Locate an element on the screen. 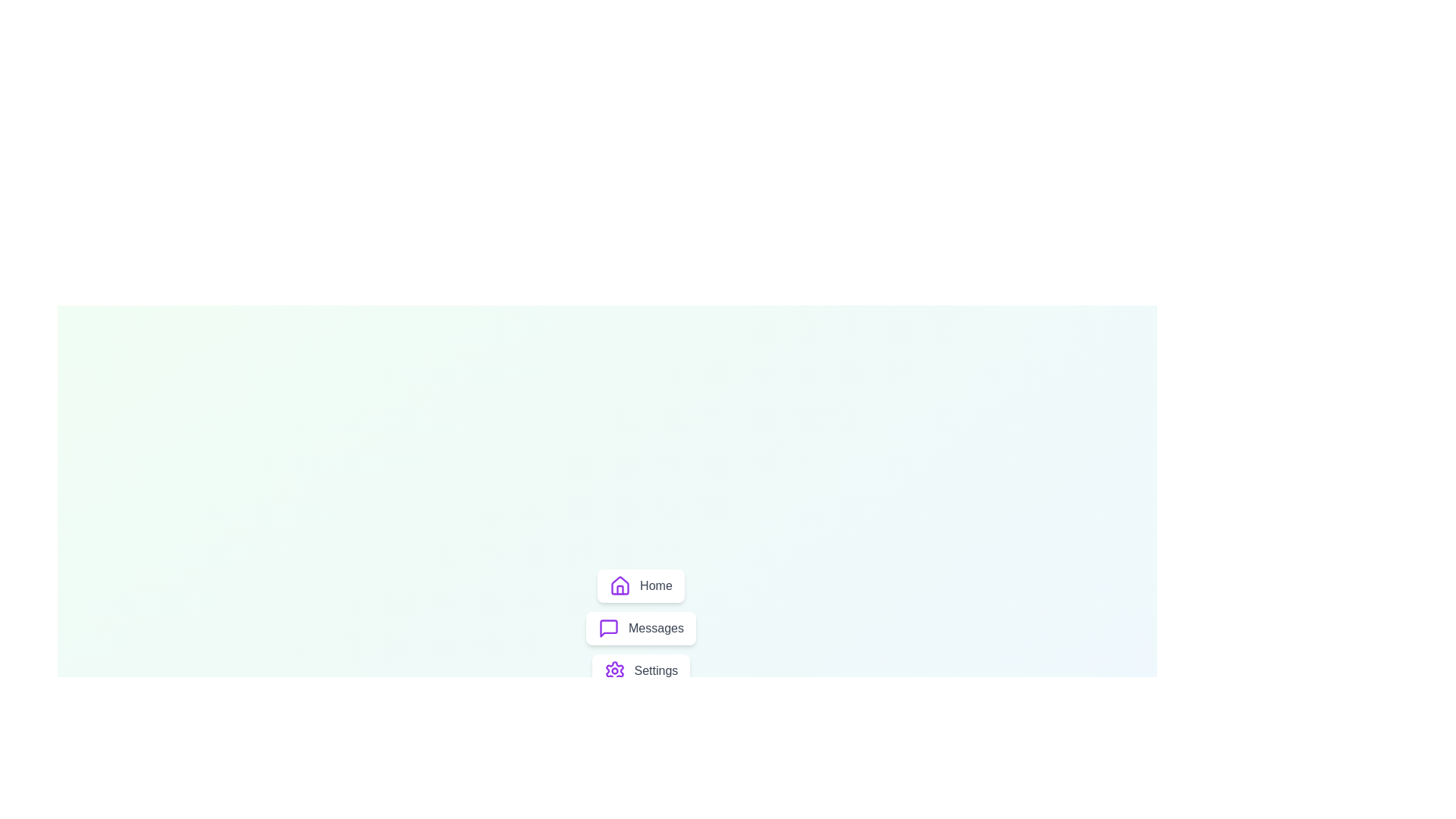  the menu item Home from the menu is located at coordinates (640, 585).